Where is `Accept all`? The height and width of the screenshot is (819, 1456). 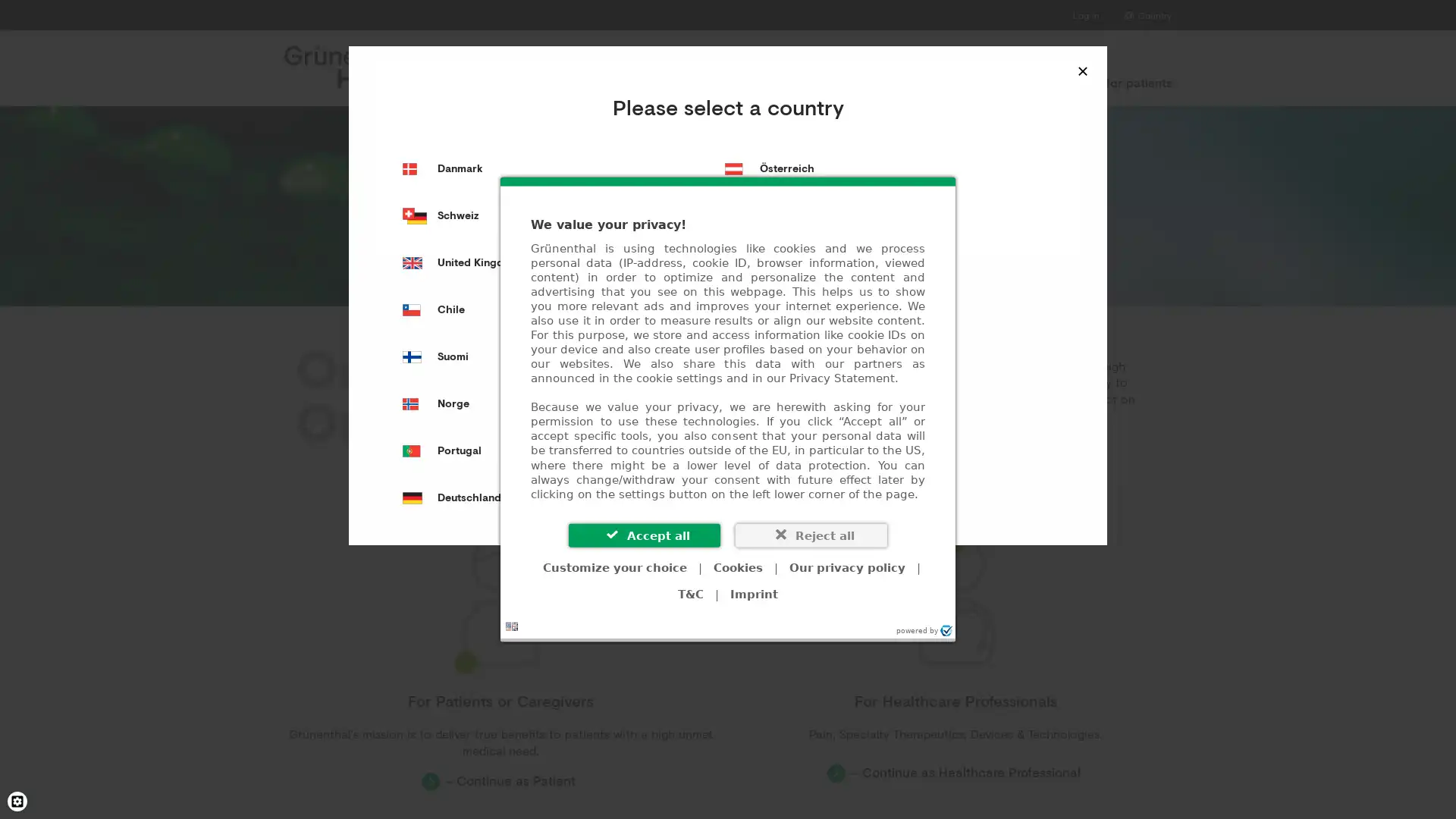 Accept all is located at coordinates (644, 534).